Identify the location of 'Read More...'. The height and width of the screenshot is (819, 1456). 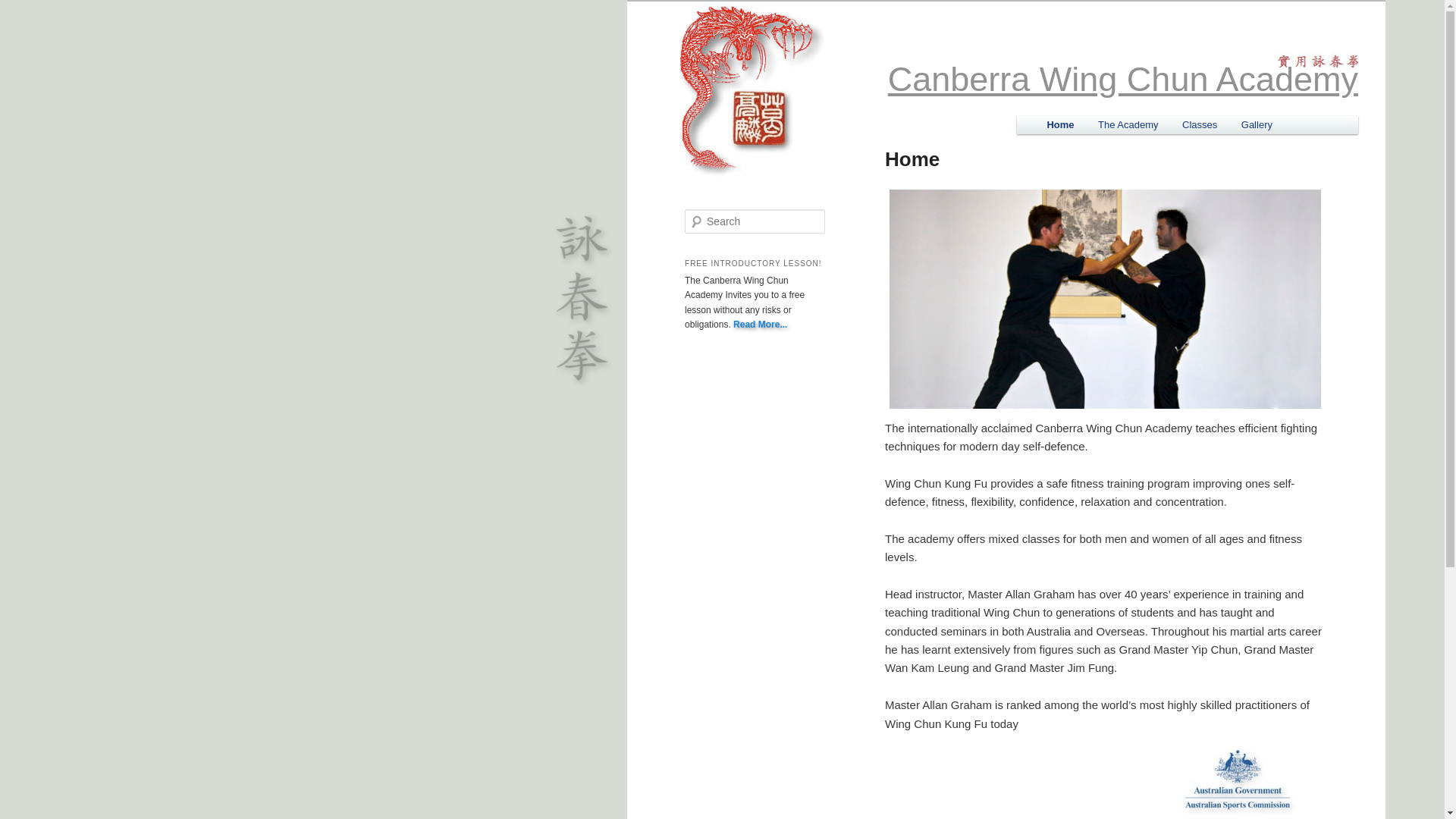
(760, 324).